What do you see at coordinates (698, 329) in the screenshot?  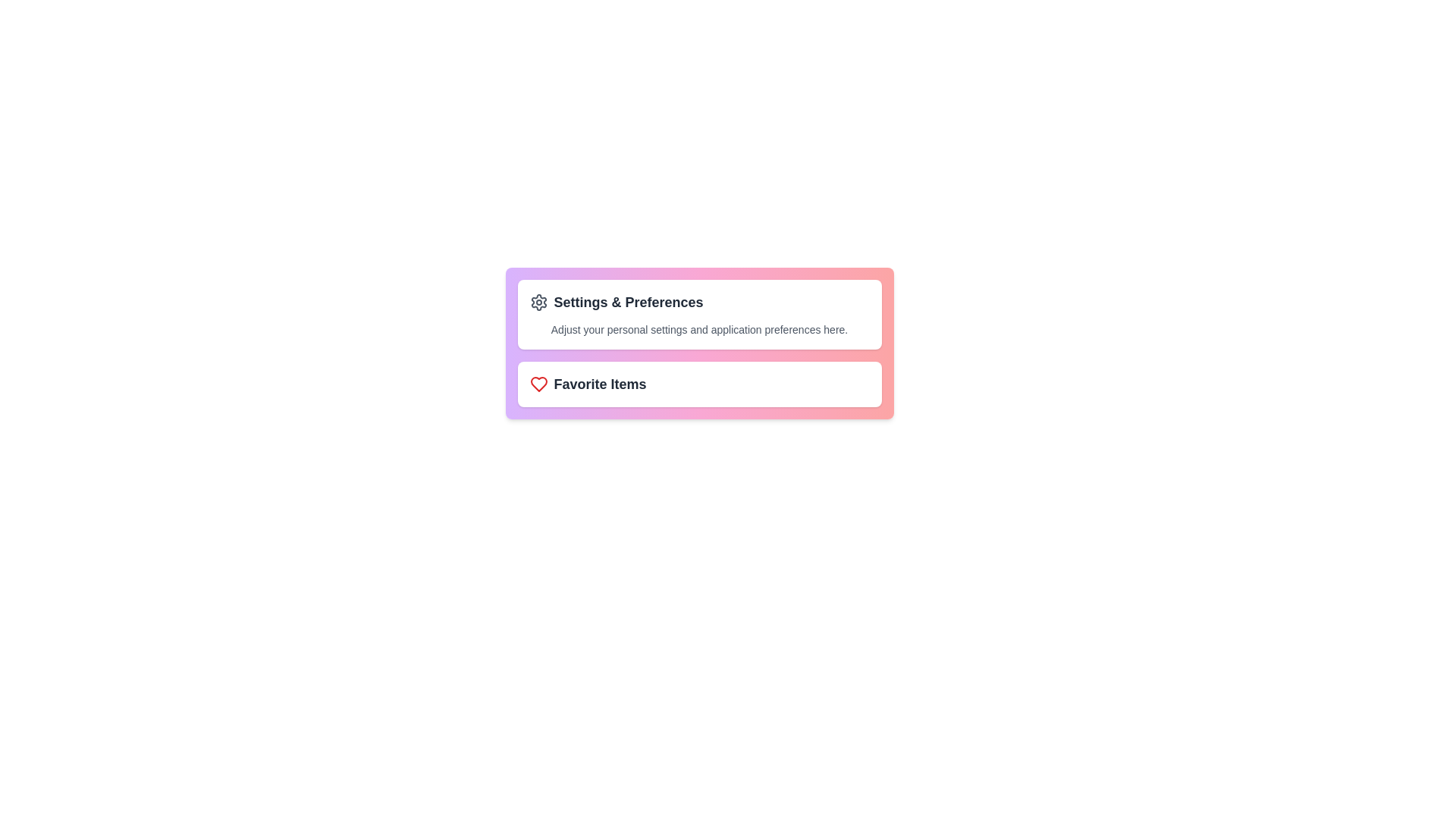 I see `the Static Informational Text that describes the purpose of the 'Settings & Preferences' section, which is centrally aligned and positioned just below the main header text and icon` at bounding box center [698, 329].